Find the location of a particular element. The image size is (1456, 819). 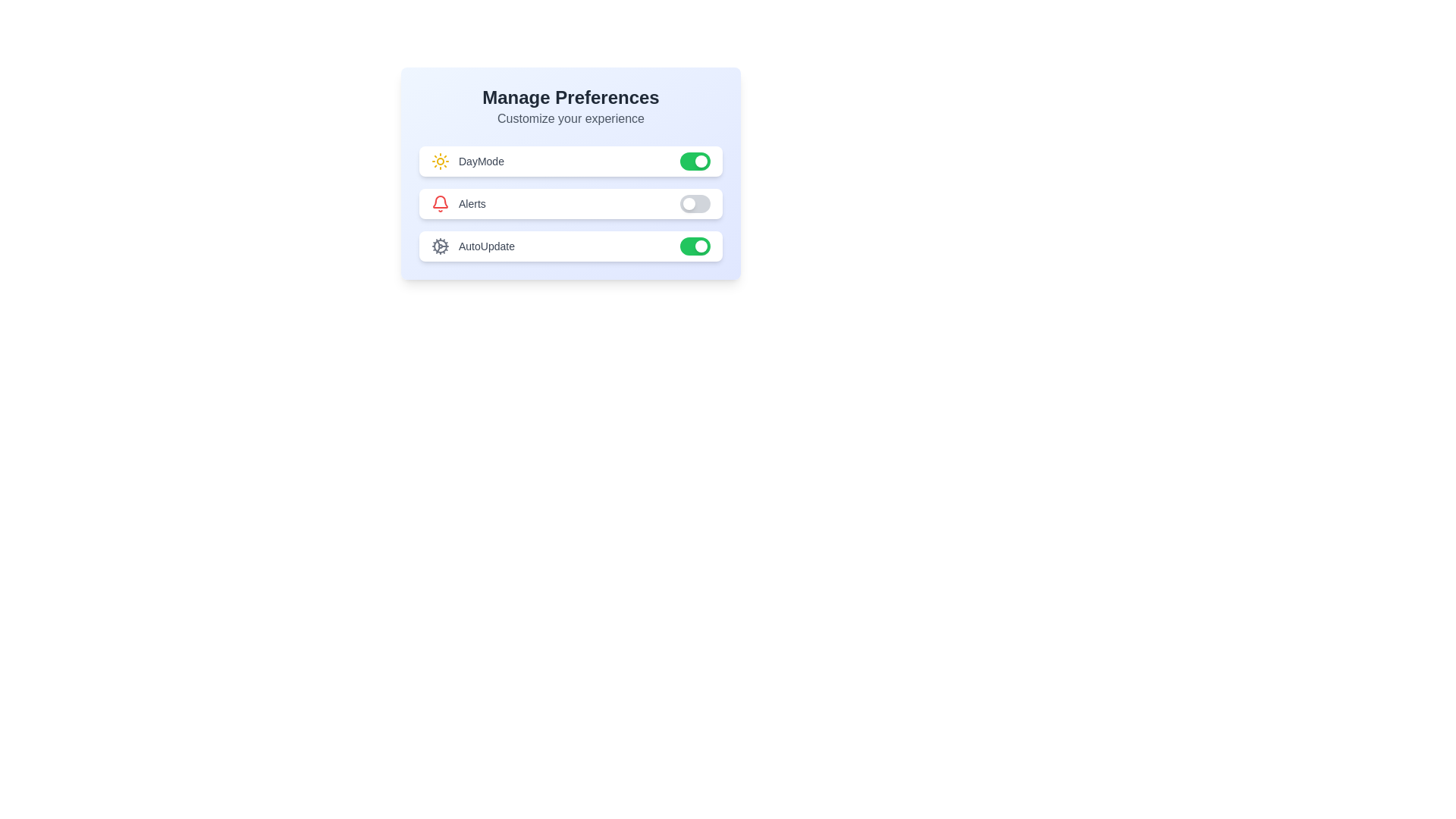

the text label that indicates the function of the adjacent toggle switch for alert-related settings, located to the right of the red bell icon in the preferences panel is located at coordinates (471, 203).